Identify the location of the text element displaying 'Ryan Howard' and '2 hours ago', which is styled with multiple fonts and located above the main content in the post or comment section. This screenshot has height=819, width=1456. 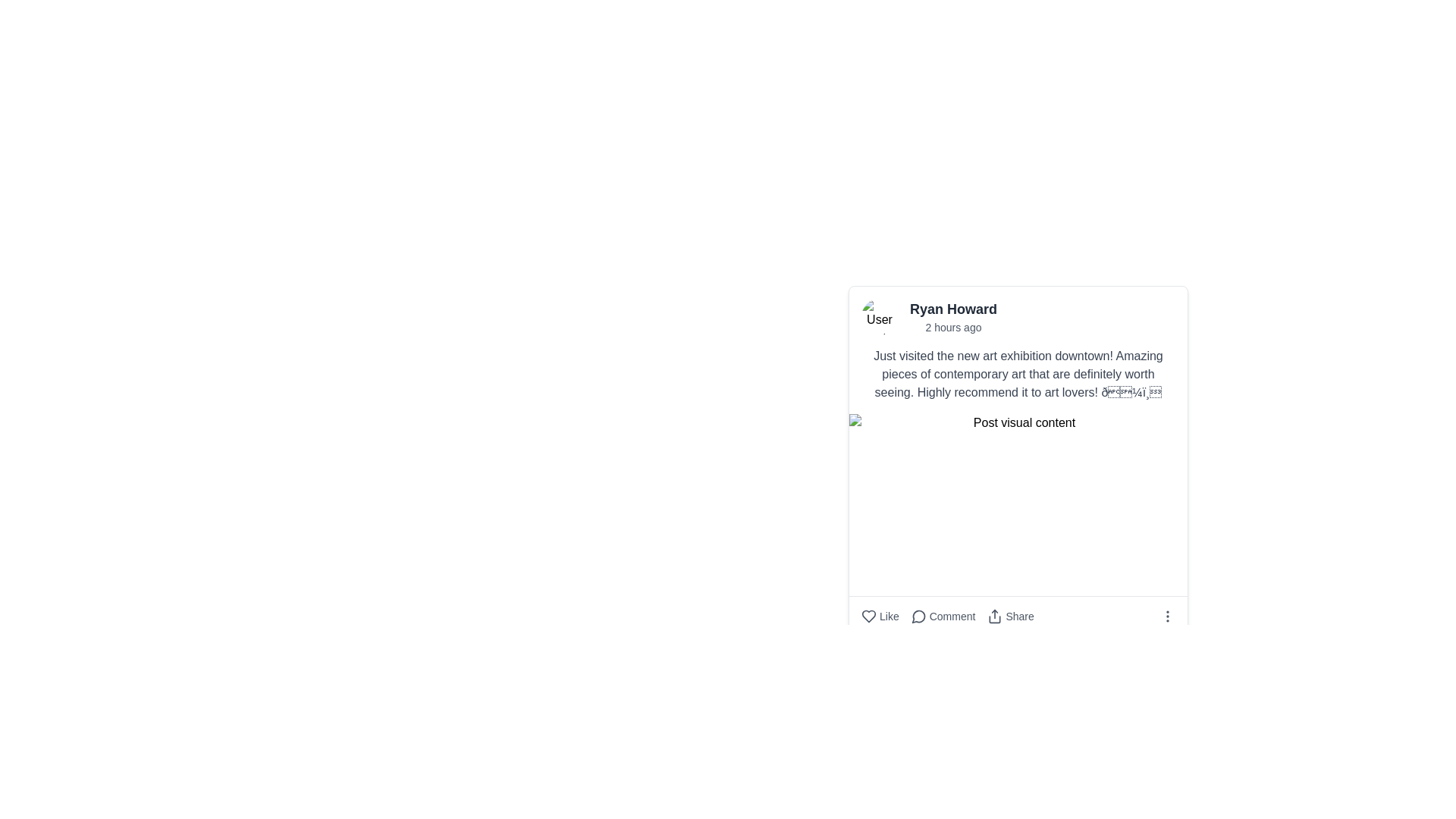
(952, 315).